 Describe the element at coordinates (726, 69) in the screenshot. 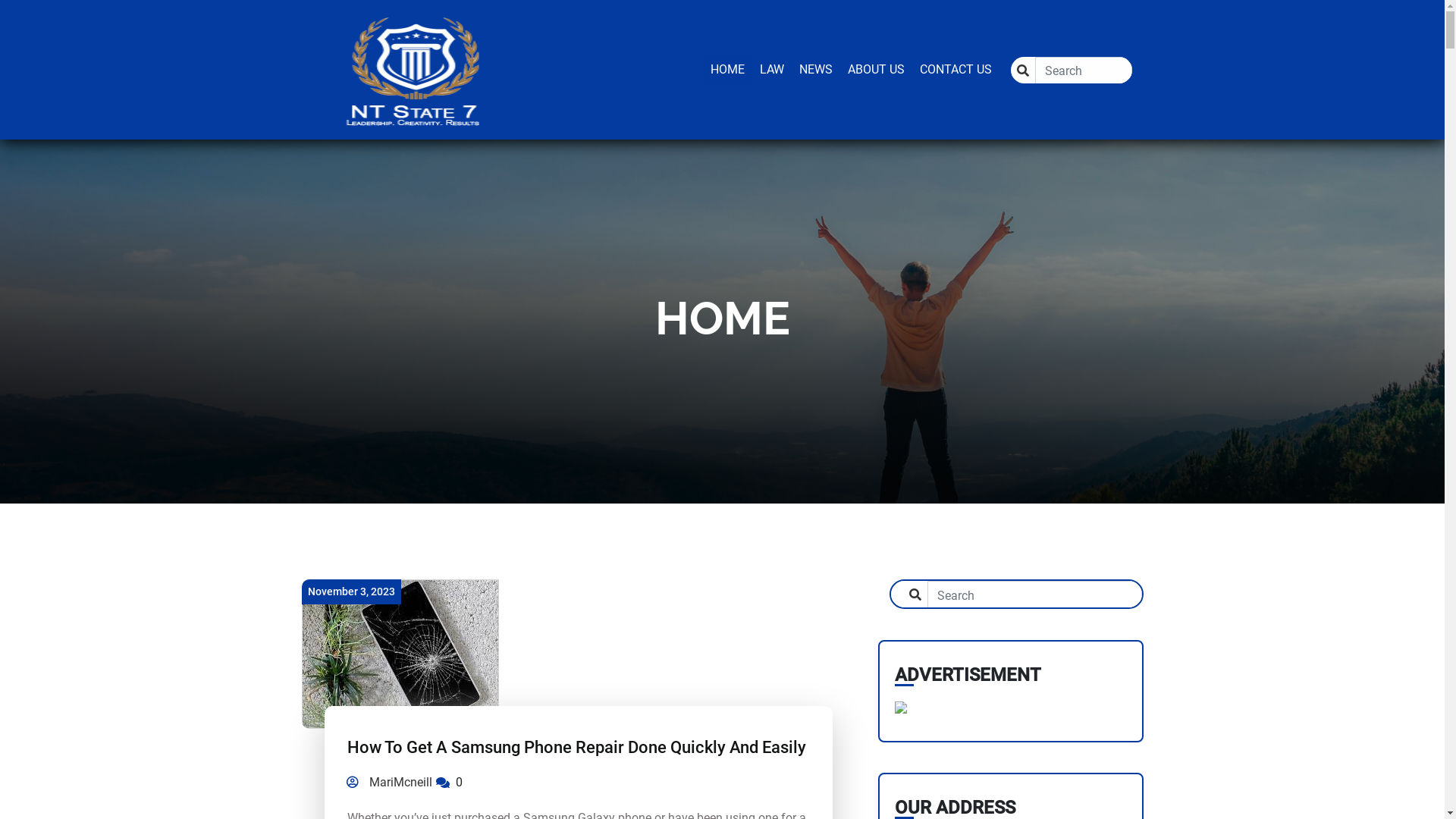

I see `'HOME'` at that location.